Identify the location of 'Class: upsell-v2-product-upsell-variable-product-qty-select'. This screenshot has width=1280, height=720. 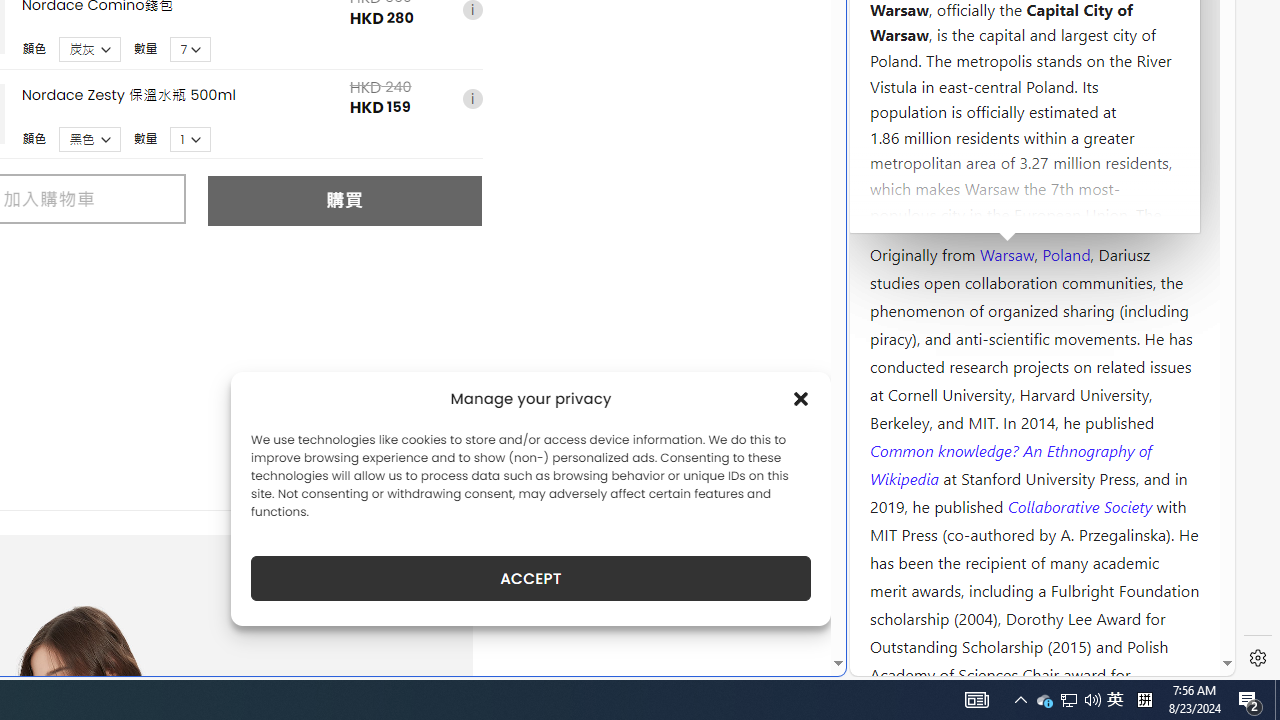
(191, 138).